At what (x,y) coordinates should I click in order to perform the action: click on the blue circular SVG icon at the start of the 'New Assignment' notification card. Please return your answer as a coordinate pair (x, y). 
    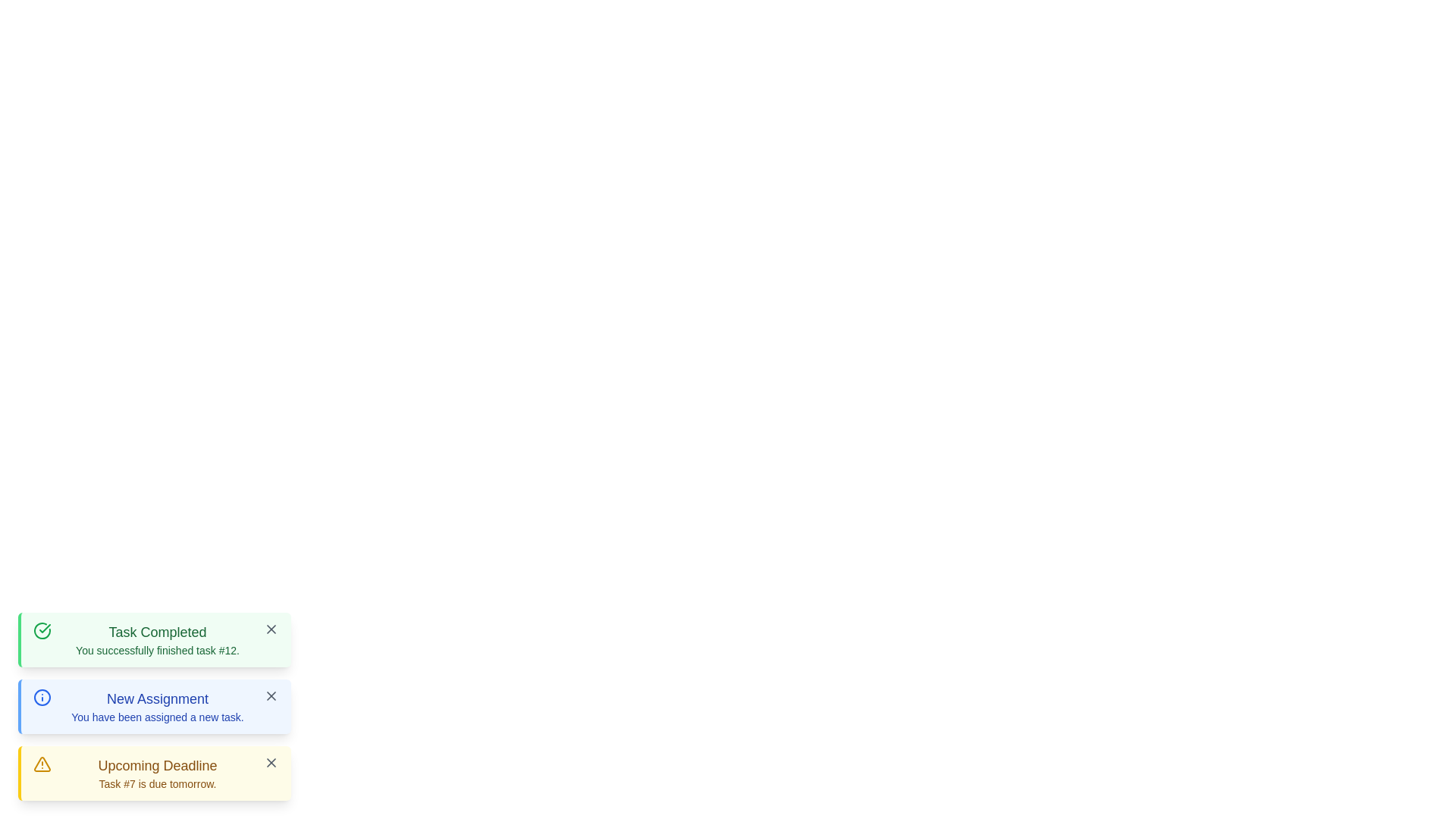
    Looking at the image, I should click on (42, 698).